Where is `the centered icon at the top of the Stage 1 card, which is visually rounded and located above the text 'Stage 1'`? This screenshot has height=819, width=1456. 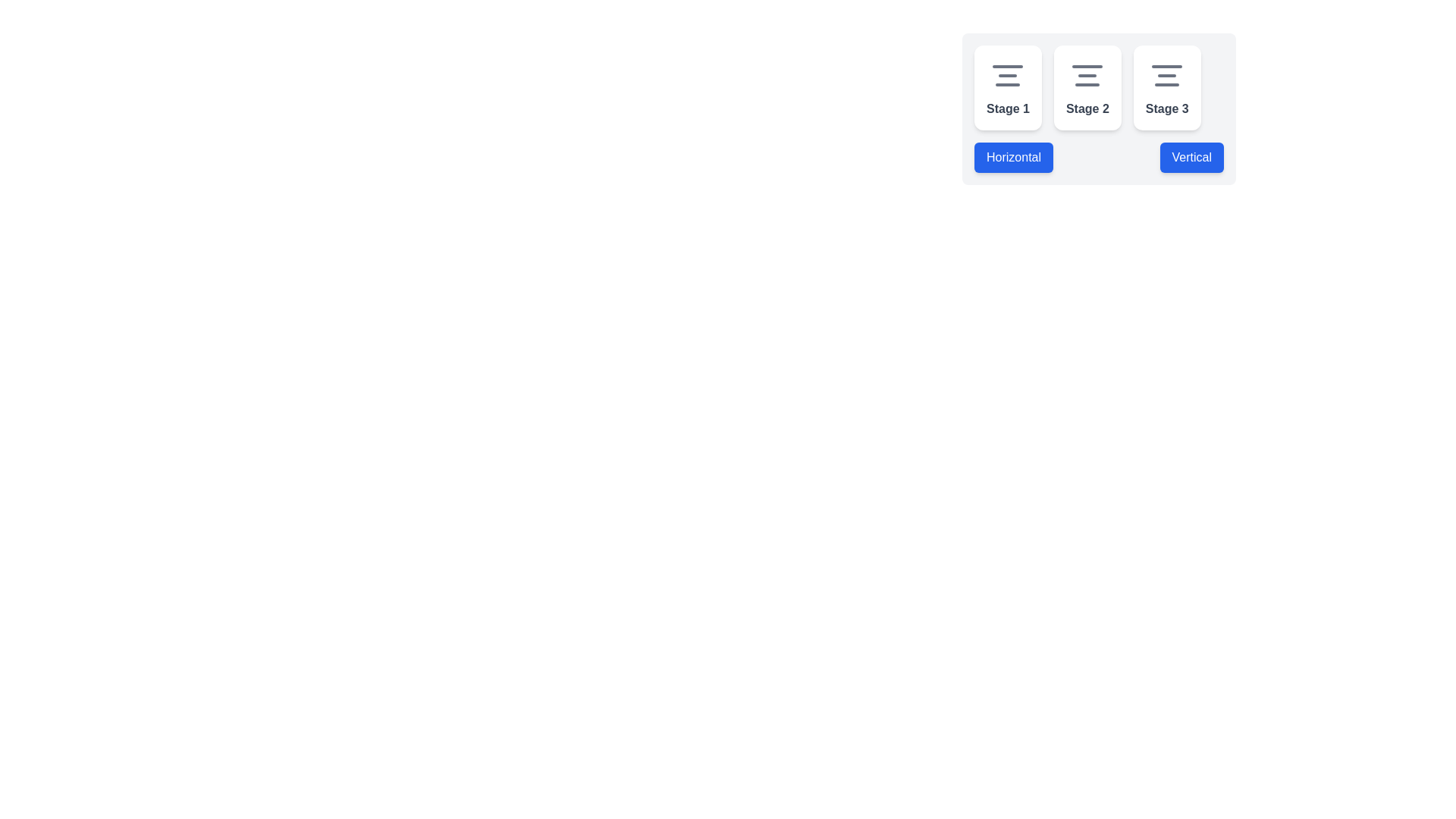 the centered icon at the top of the Stage 1 card, which is visually rounded and located above the text 'Stage 1' is located at coordinates (1008, 76).